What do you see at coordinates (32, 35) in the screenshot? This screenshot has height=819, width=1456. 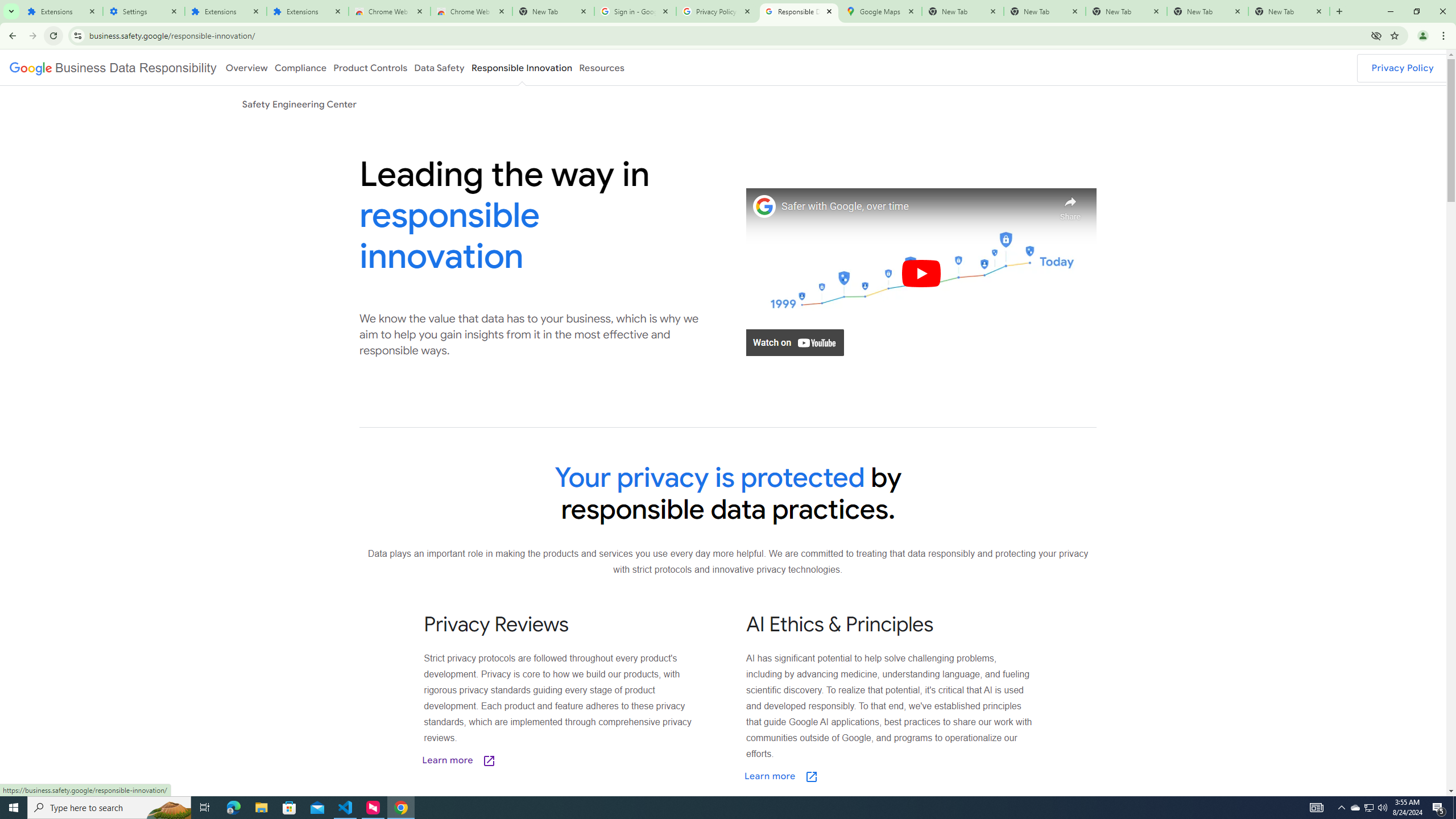 I see `'Forward'` at bounding box center [32, 35].